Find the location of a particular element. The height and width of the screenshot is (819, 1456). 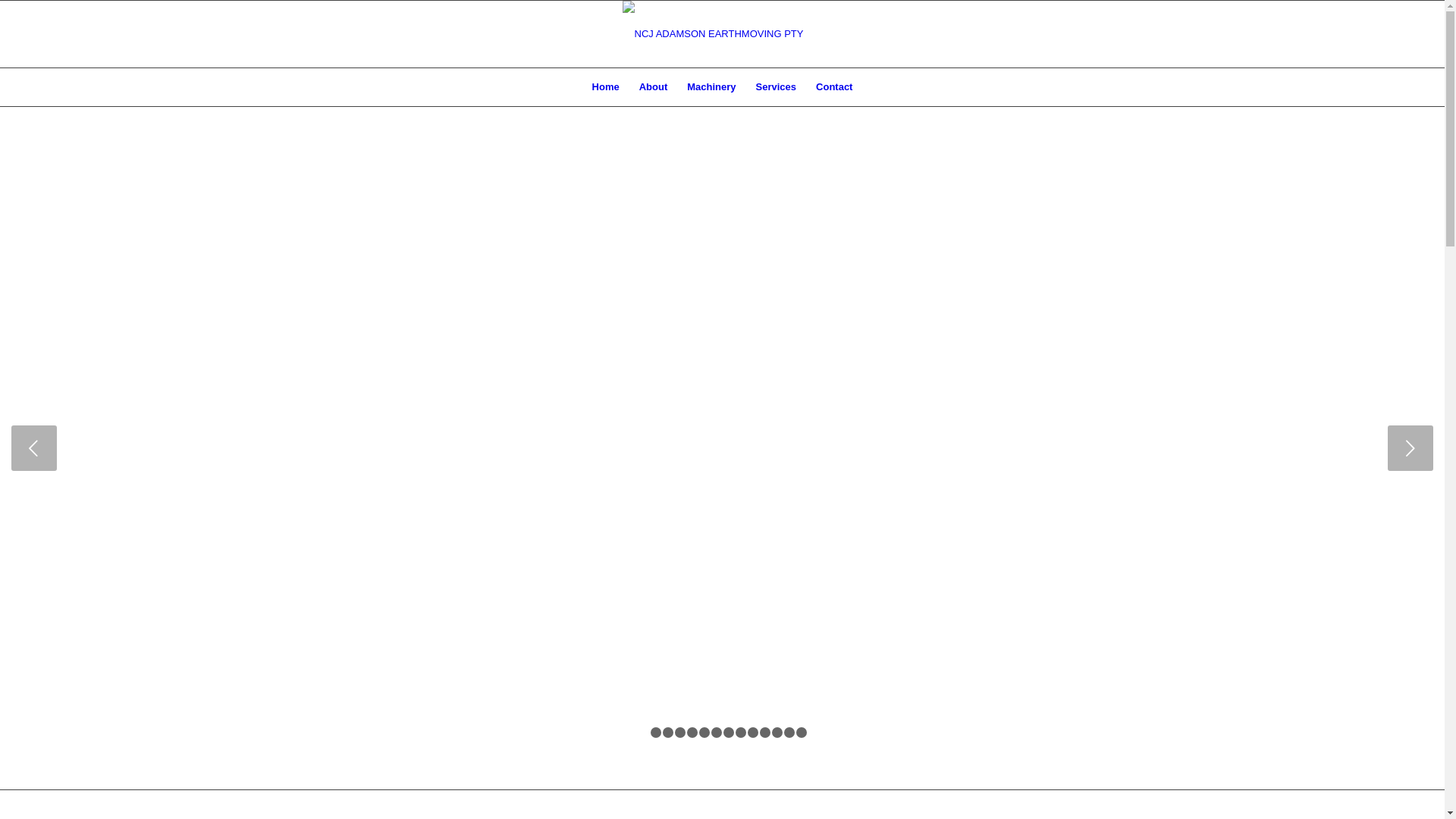

'2' is located at coordinates (655, 731).